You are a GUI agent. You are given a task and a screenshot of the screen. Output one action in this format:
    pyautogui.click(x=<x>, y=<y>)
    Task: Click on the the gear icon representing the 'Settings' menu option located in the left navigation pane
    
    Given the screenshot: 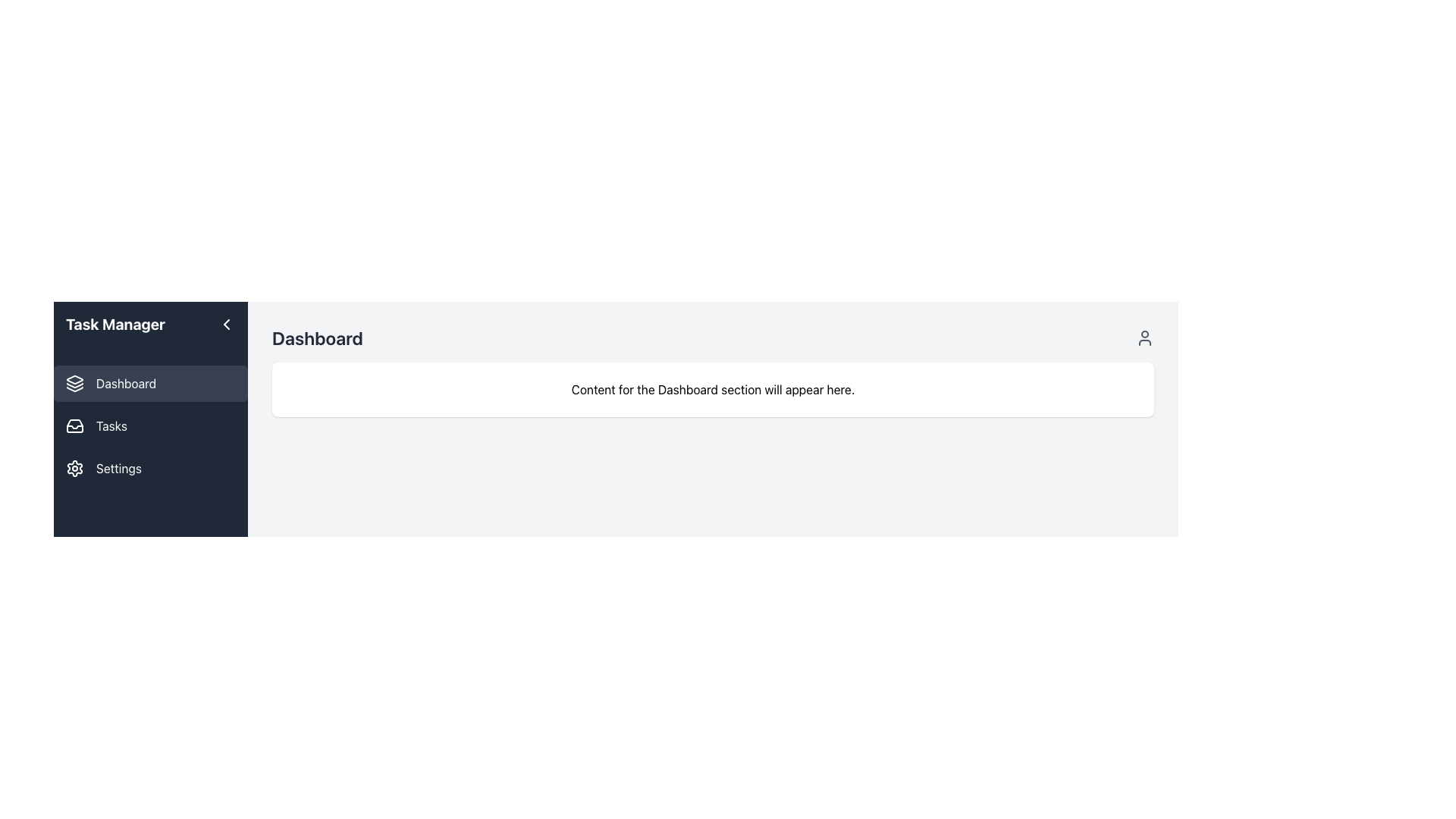 What is the action you would take?
    pyautogui.click(x=74, y=467)
    